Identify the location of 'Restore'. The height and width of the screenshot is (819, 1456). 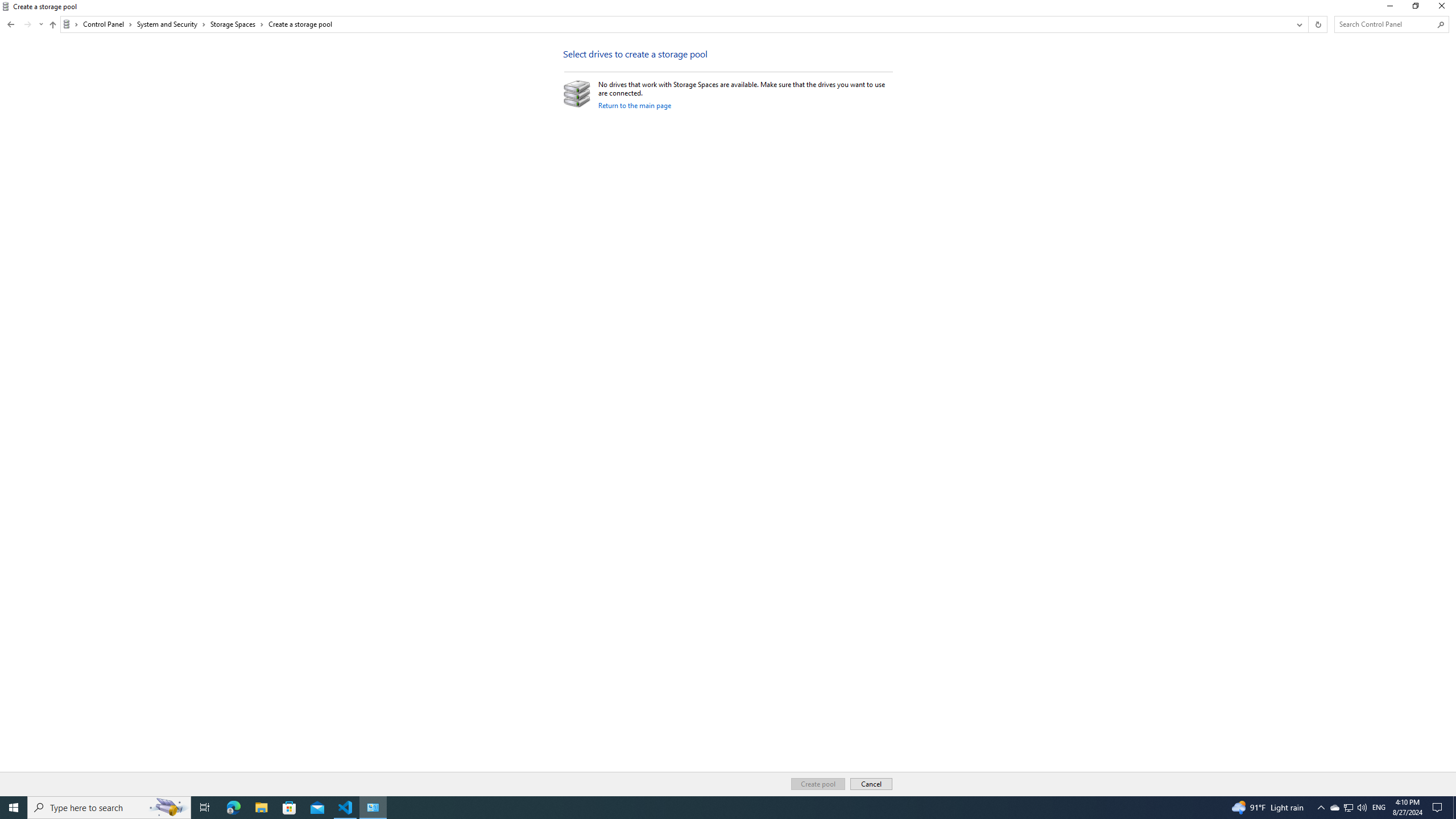
(1414, 9).